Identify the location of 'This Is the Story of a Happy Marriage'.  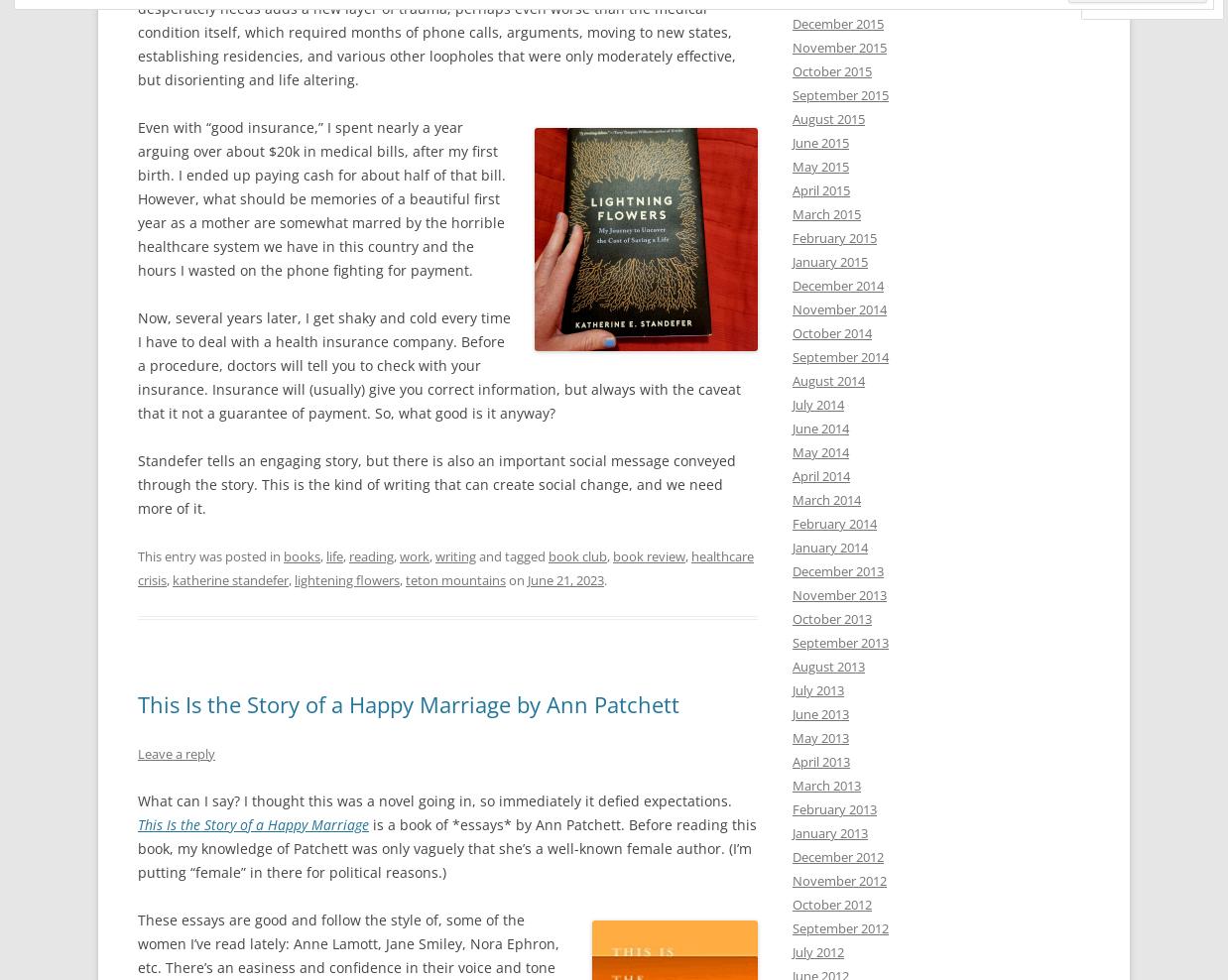
(252, 823).